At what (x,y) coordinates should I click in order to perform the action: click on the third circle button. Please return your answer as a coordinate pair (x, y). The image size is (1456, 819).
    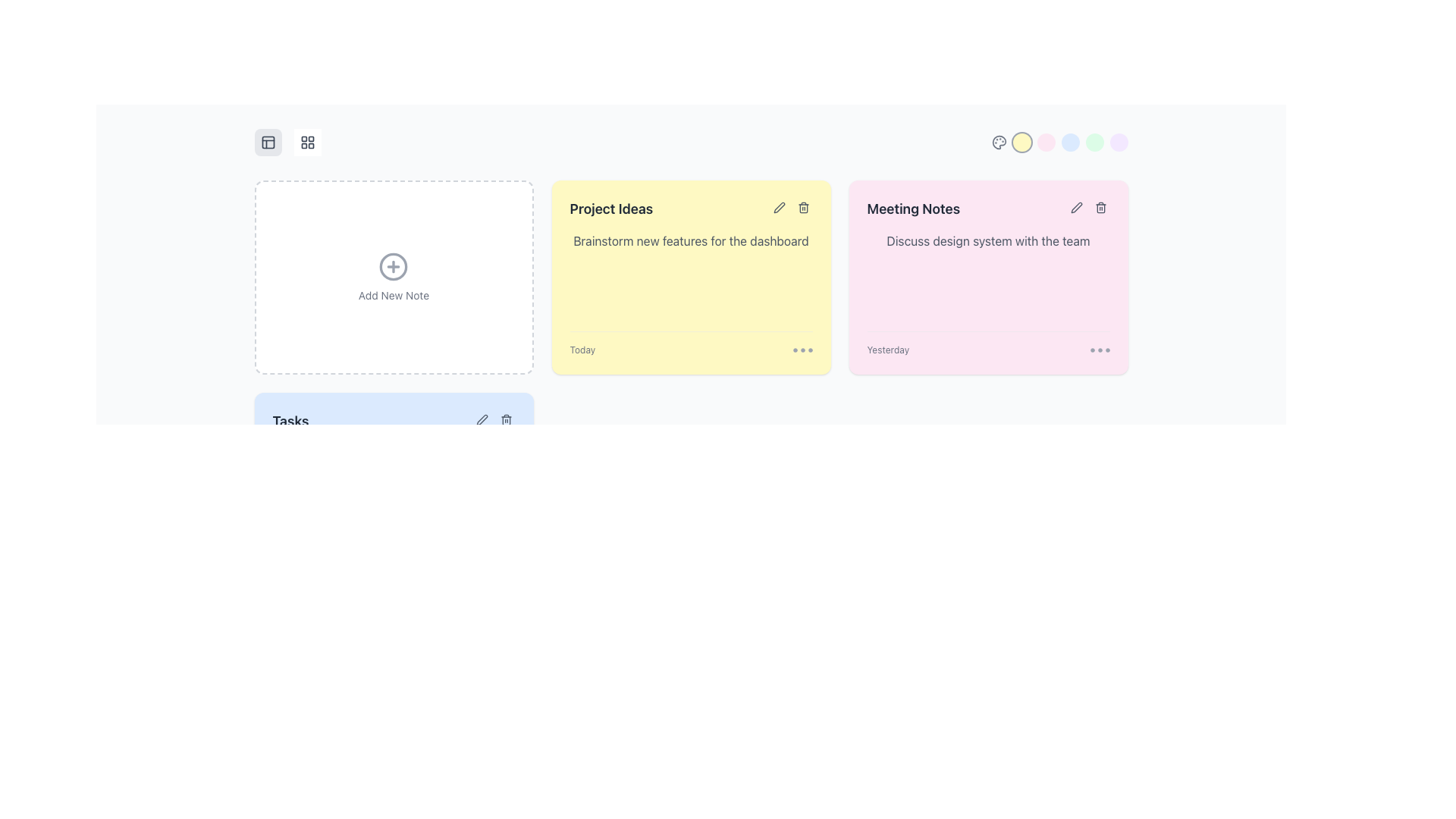
    Looking at the image, I should click on (1045, 143).